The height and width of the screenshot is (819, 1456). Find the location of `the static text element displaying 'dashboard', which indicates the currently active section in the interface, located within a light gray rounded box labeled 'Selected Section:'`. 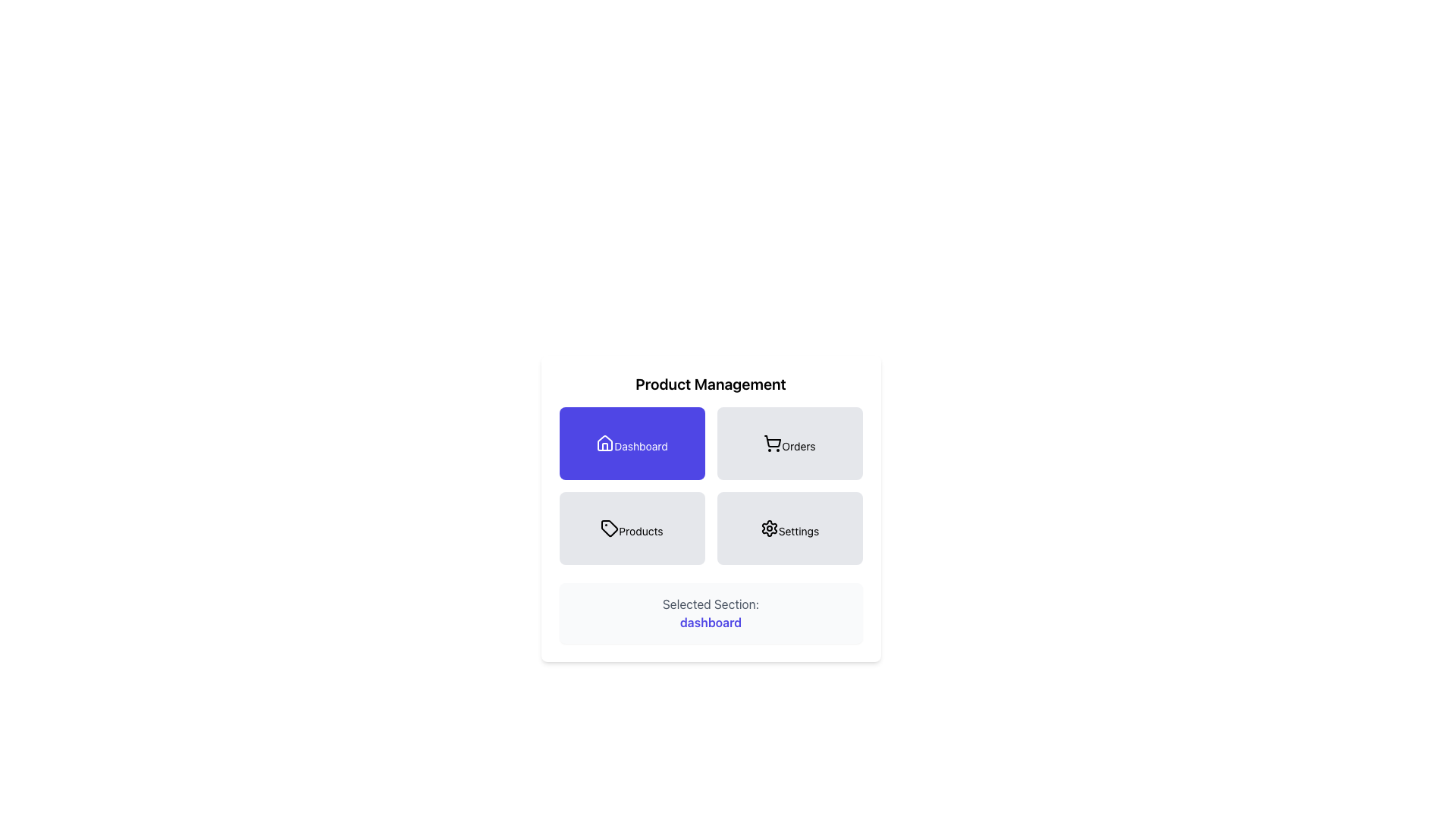

the static text element displaying 'dashboard', which indicates the currently active section in the interface, located within a light gray rounded box labeled 'Selected Section:' is located at coordinates (710, 623).